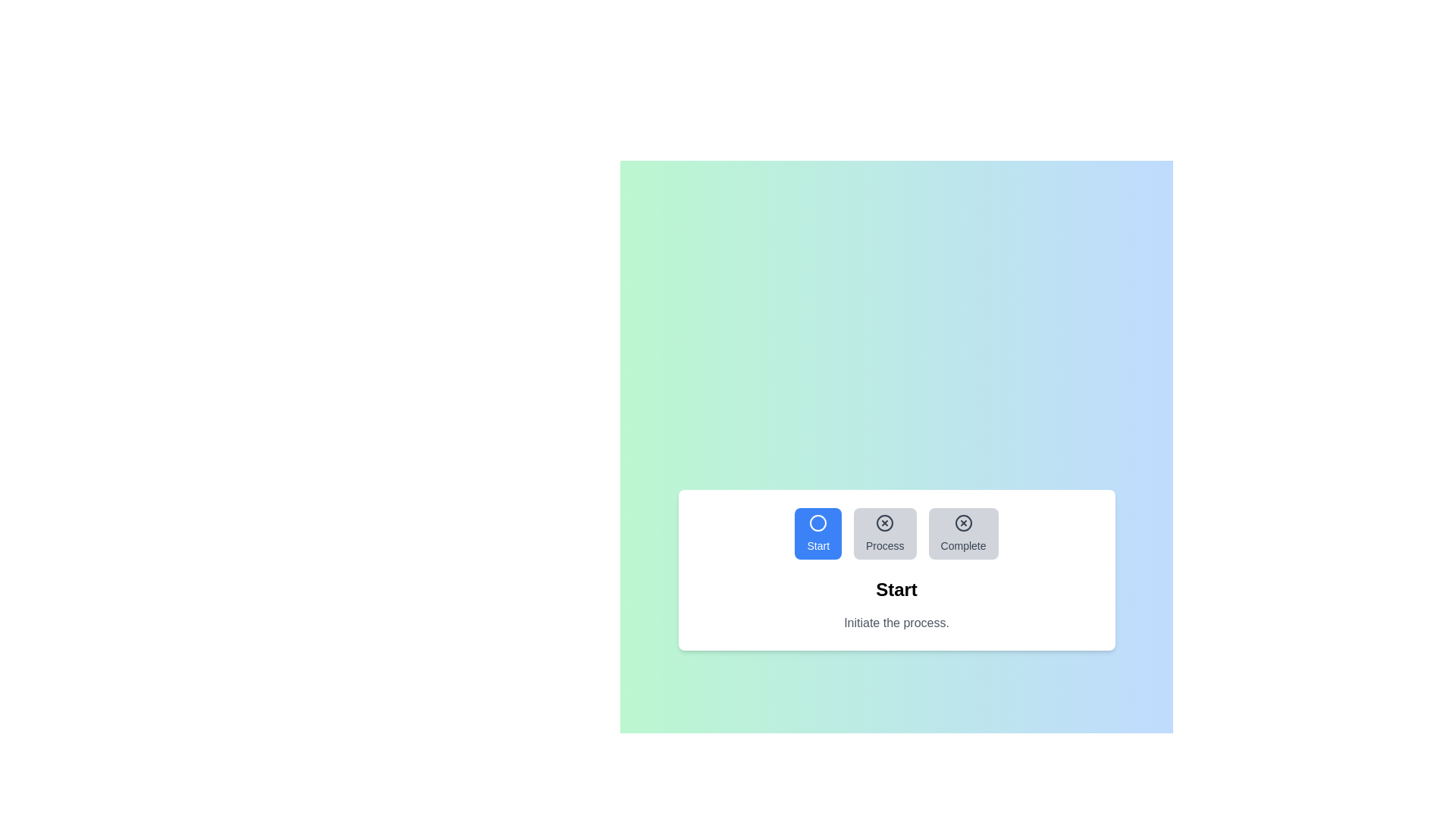  I want to click on the 'Start' text label located at the bottom of the blue rectangular button with rounded corners, which is the first button in a horizontal row of three similar buttons, so click(817, 546).